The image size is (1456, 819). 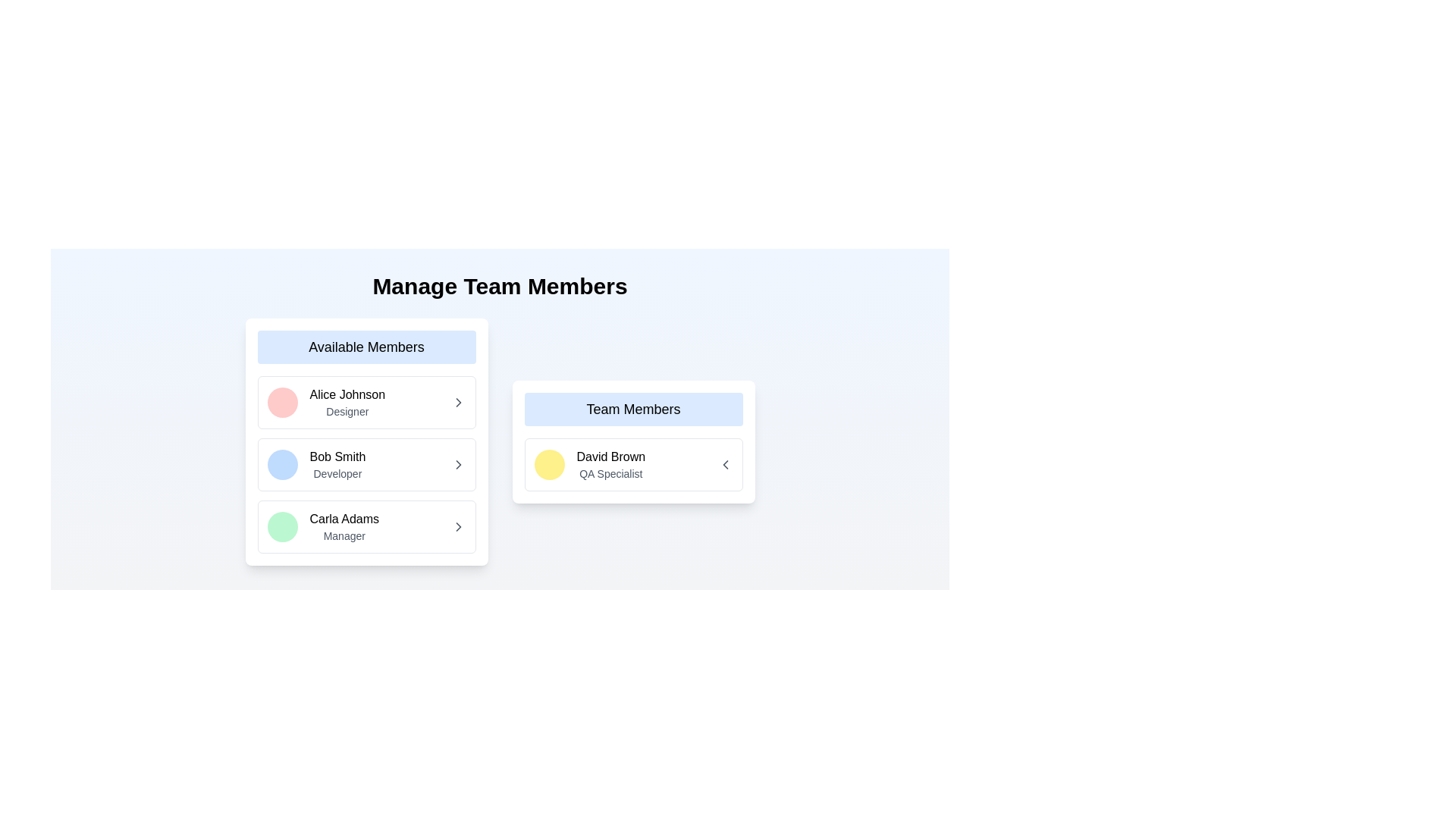 I want to click on the chevron-right icon associated with 'Carla Adams - Manager' in the 'Available Members' section, so click(x=457, y=526).